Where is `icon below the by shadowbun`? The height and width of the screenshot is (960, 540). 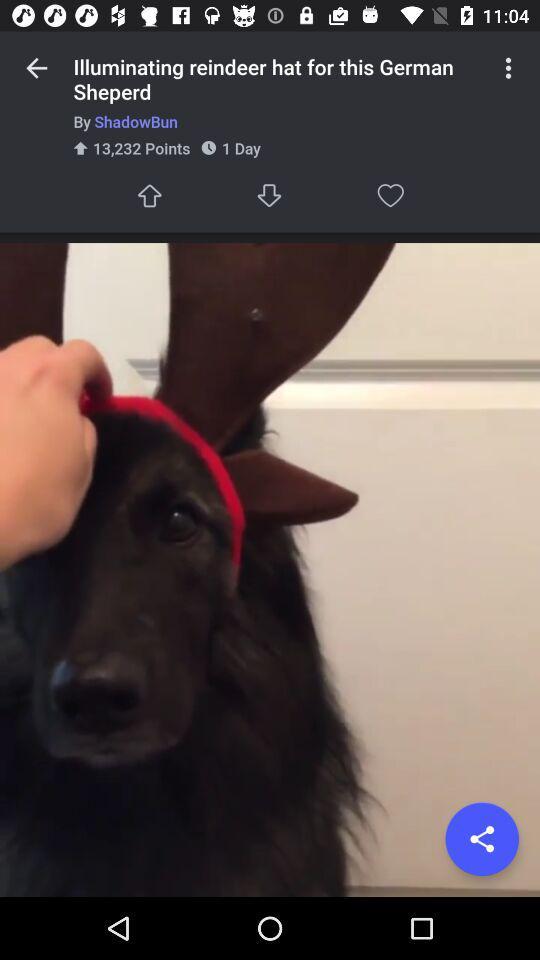 icon below the by shadowbun is located at coordinates (390, 195).